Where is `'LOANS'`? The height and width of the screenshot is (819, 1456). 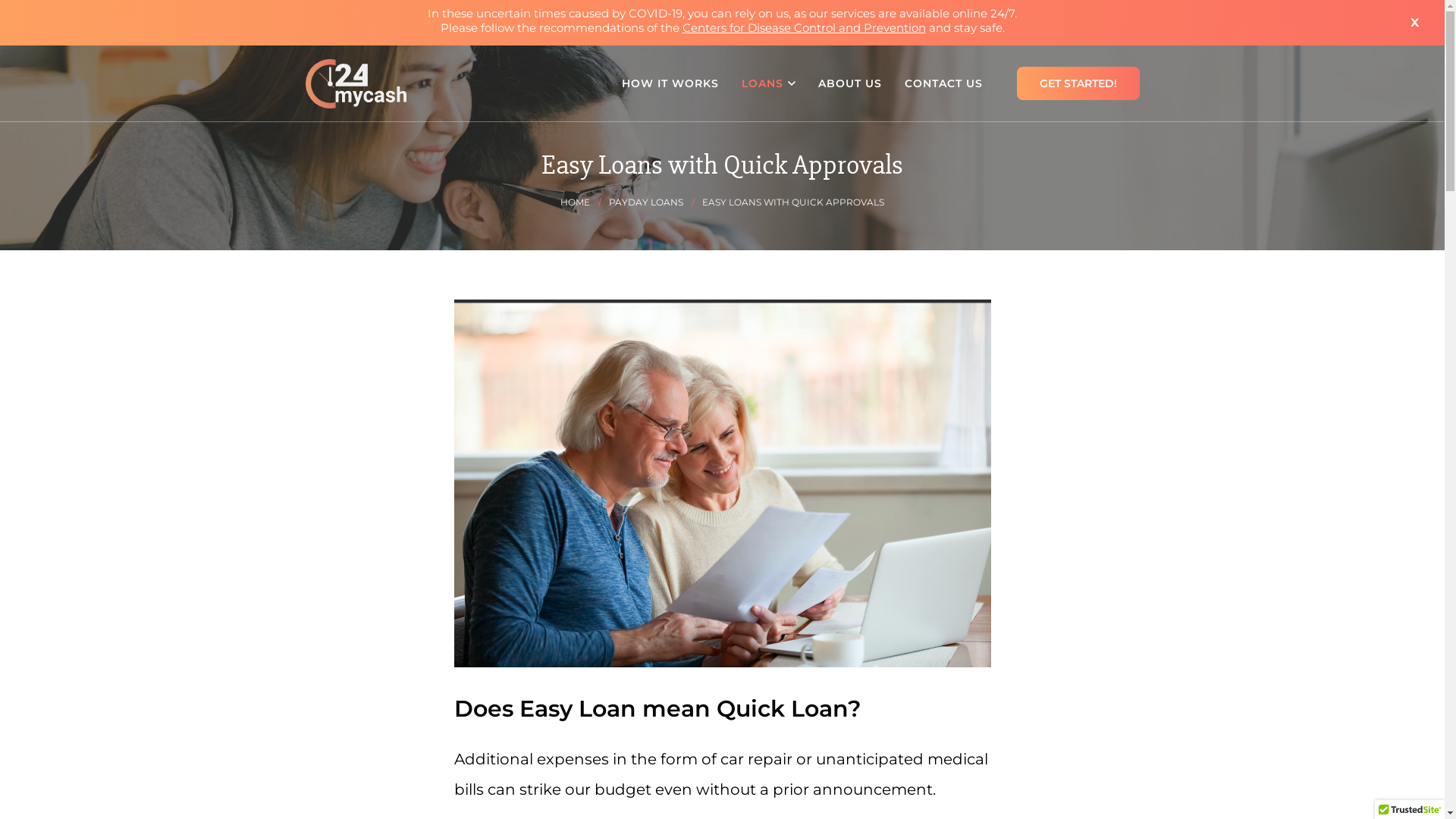
'LOANS' is located at coordinates (729, 83).